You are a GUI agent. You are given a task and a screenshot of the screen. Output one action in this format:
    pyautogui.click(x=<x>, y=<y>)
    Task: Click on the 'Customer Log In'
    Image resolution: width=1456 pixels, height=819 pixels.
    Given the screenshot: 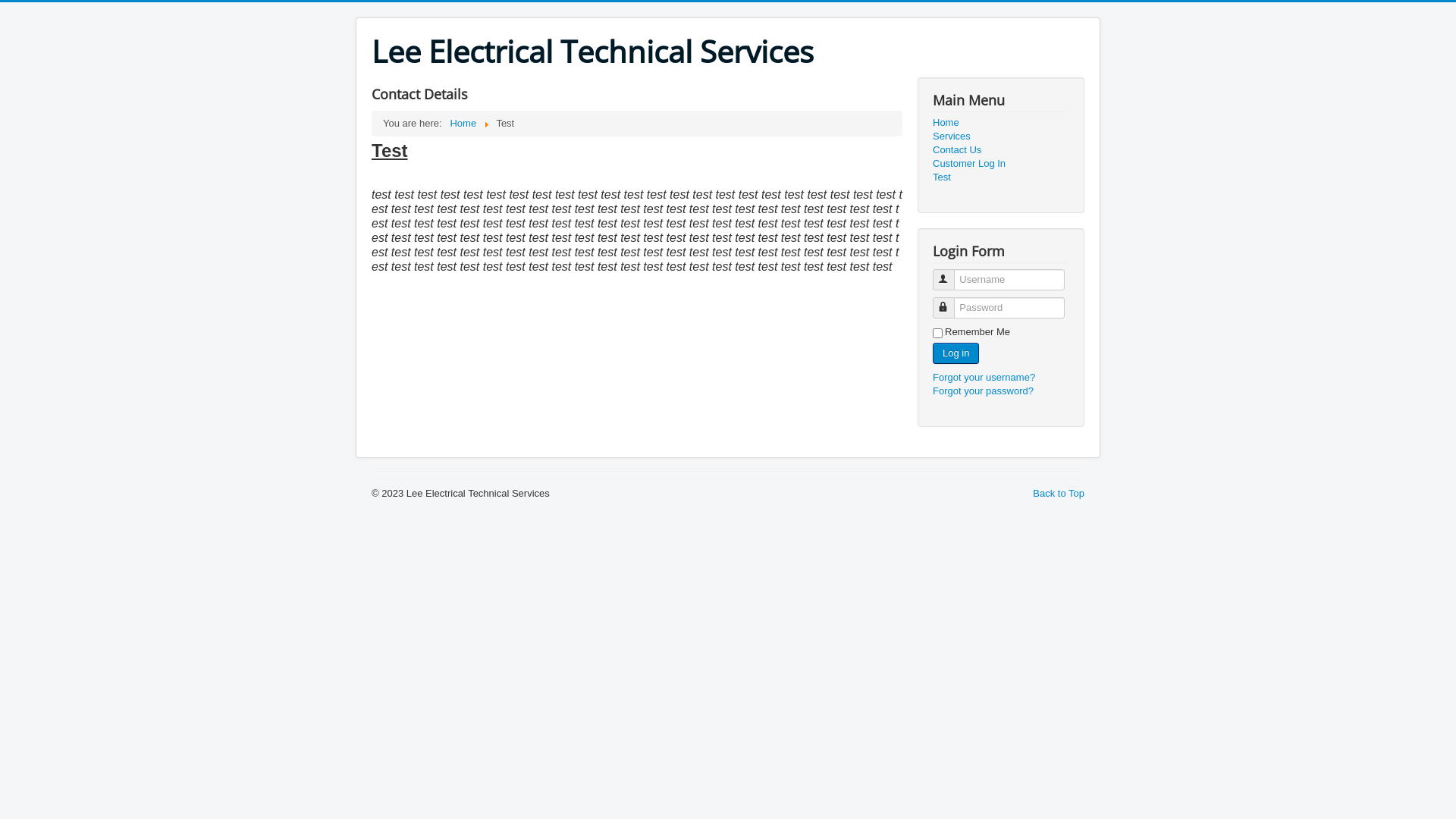 What is the action you would take?
    pyautogui.click(x=931, y=164)
    